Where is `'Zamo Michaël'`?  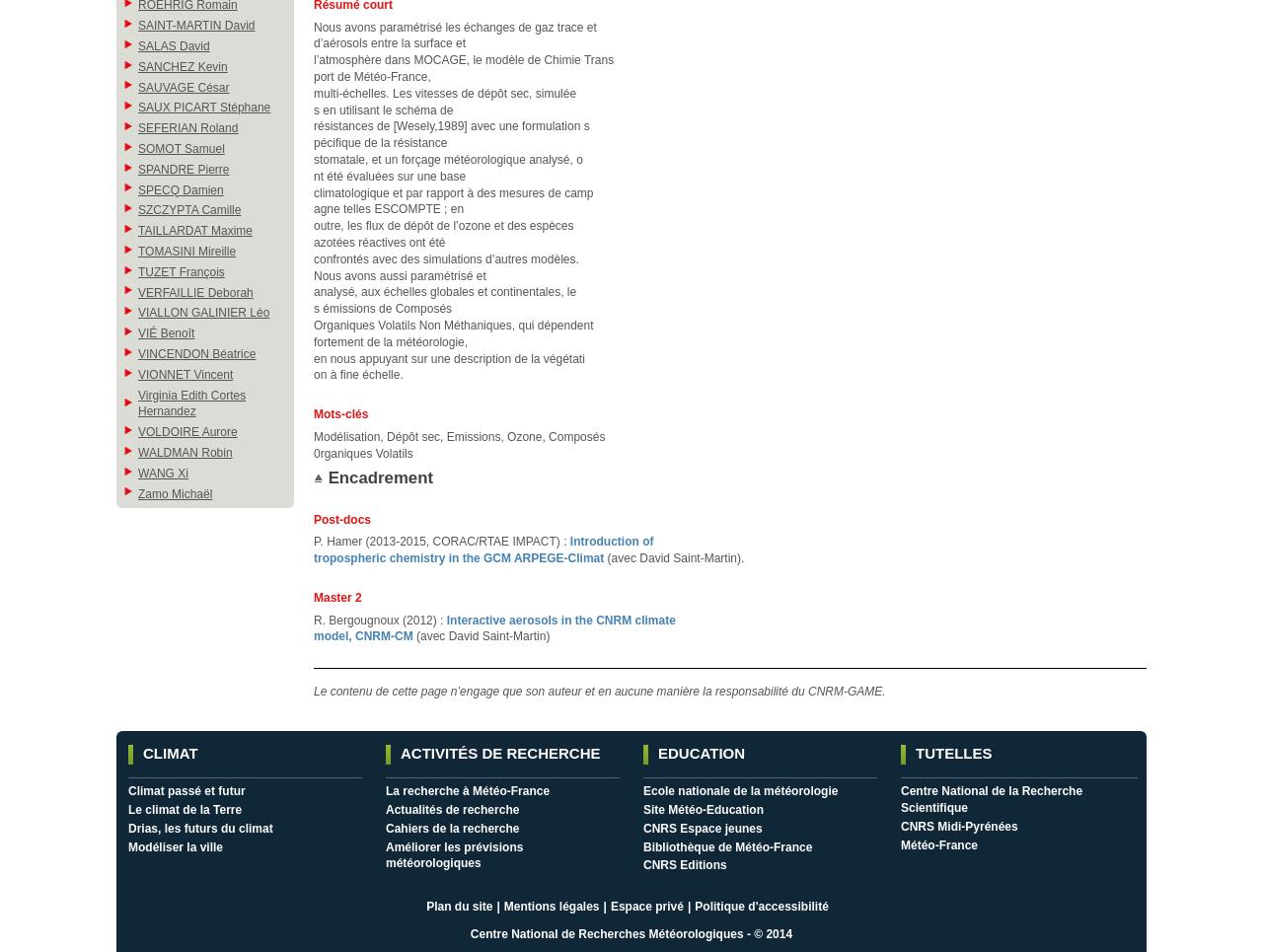
'Zamo Michaël' is located at coordinates (175, 492).